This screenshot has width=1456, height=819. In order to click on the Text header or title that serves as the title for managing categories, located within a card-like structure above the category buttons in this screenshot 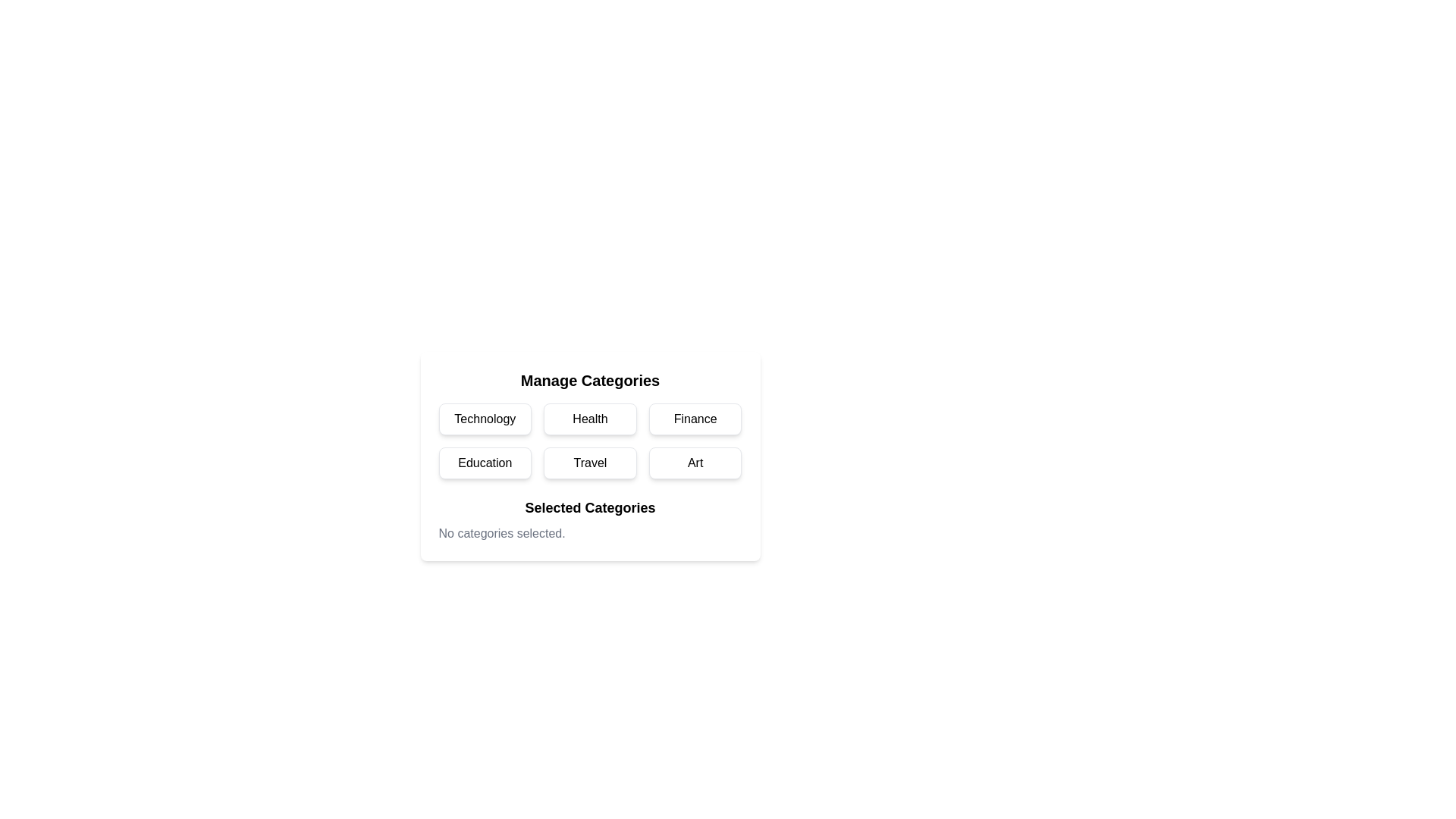, I will do `click(589, 379)`.